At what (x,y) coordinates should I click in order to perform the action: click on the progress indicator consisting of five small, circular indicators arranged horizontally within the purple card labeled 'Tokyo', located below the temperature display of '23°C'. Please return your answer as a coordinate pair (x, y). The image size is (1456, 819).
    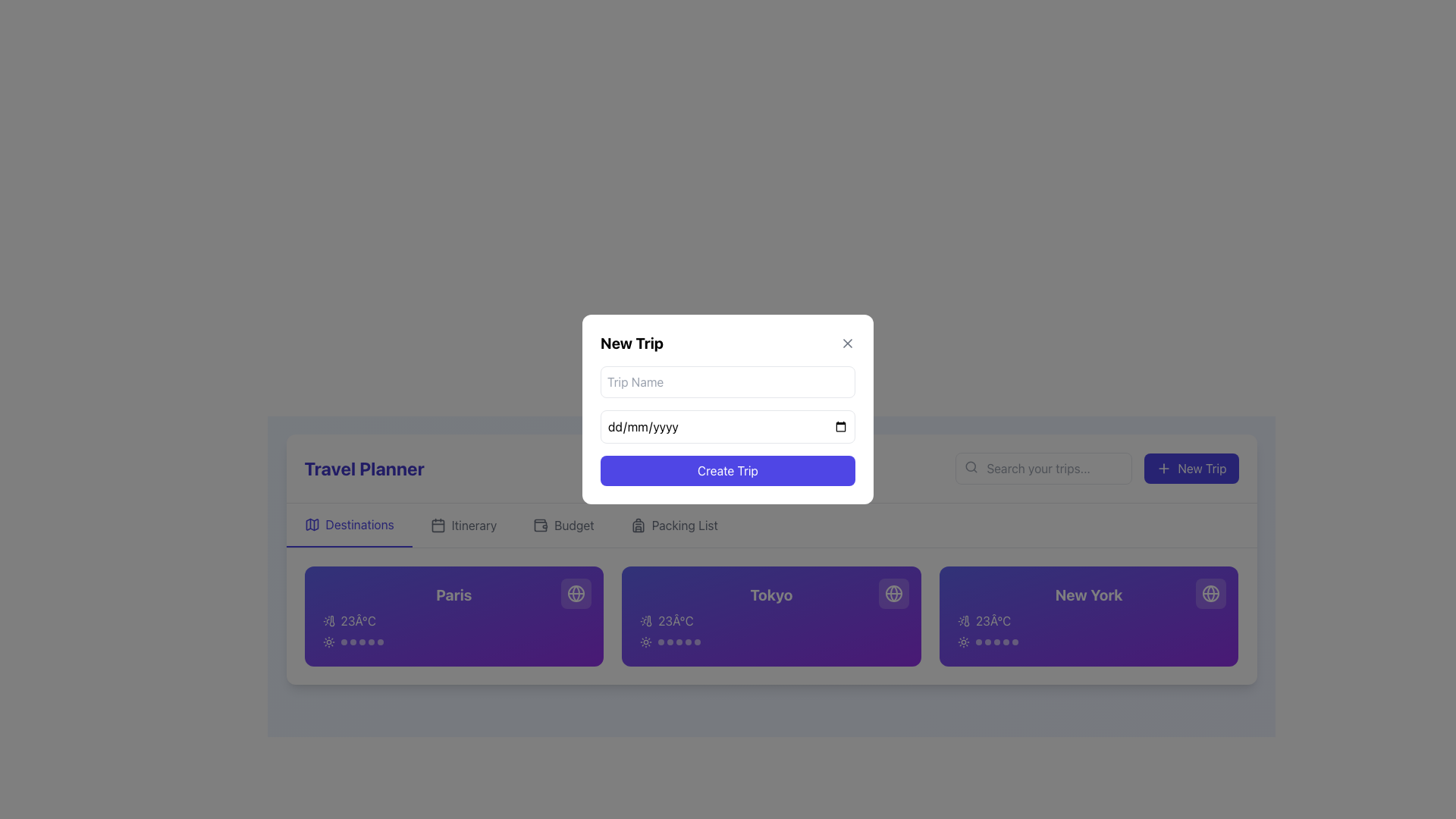
    Looking at the image, I should click on (771, 642).